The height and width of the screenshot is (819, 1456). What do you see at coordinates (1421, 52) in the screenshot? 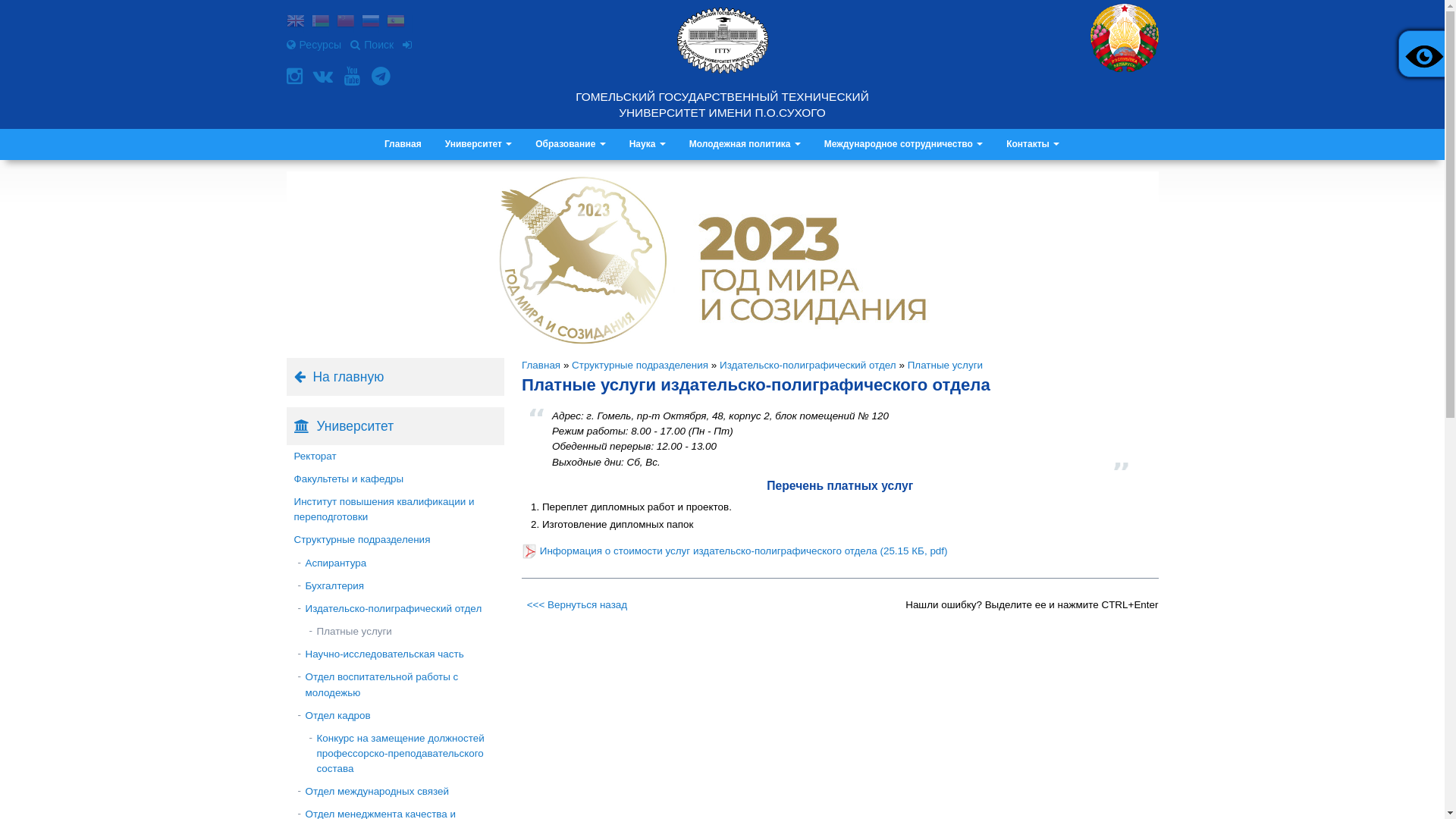
I see `'Visually impaired site version'` at bounding box center [1421, 52].